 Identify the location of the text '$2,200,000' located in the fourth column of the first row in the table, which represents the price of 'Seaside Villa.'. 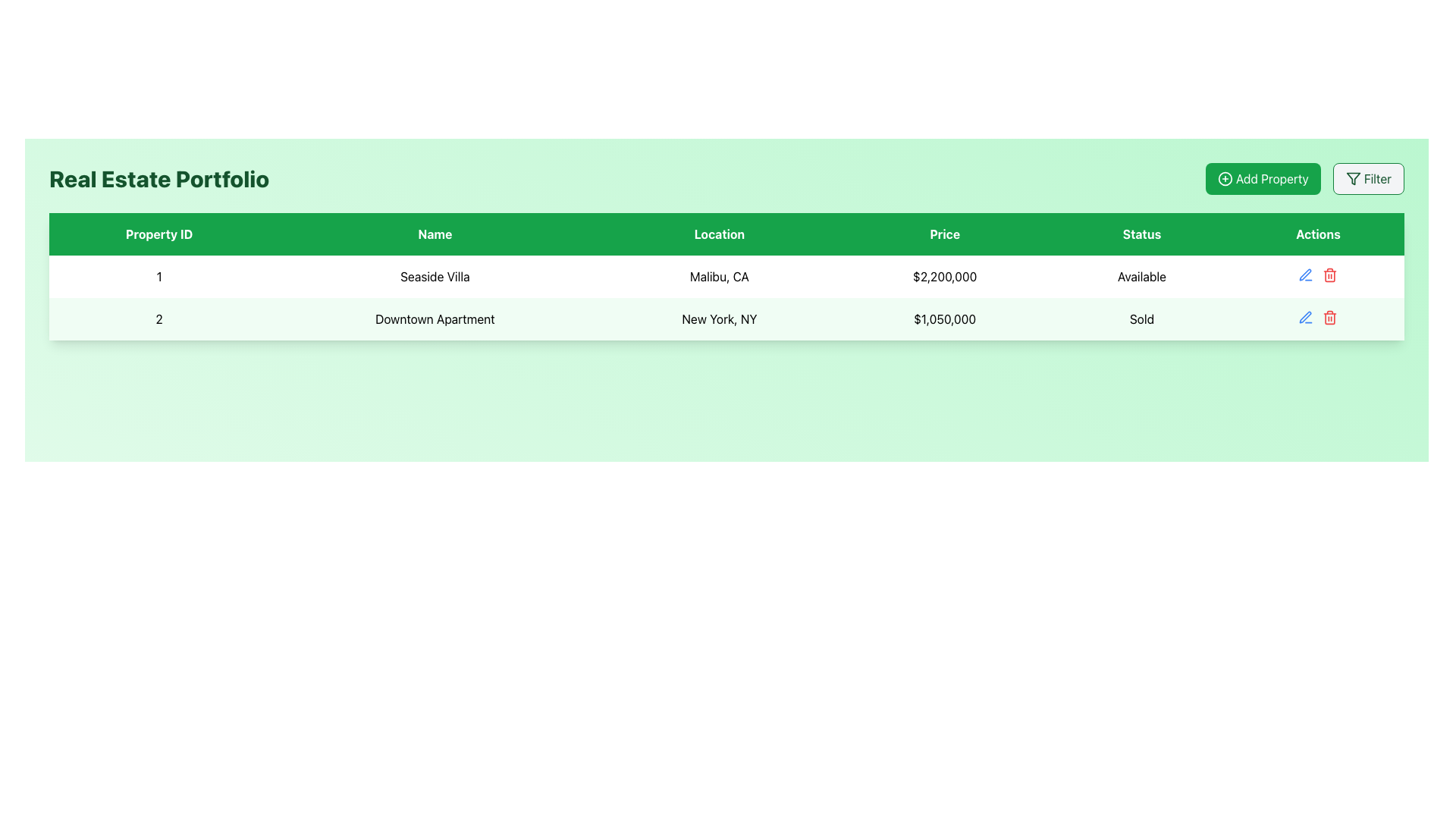
(944, 277).